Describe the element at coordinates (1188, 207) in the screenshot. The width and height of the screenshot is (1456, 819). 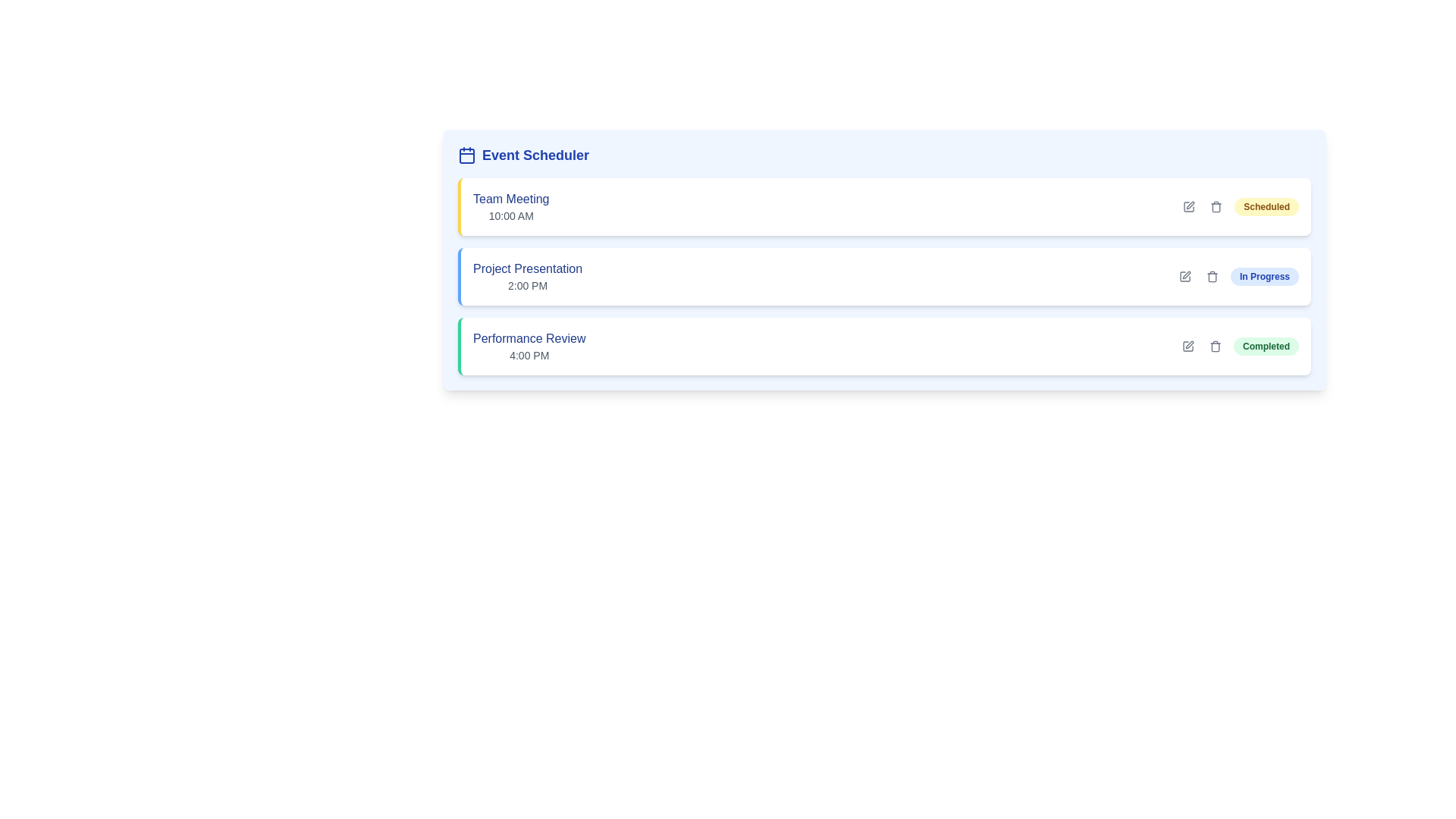
I see `the Edit Button (Icon Button) located on the right-hand side of the top row in the 'Scheduled' events list, positioned immediately to the left of the 'delete' icon` at that location.